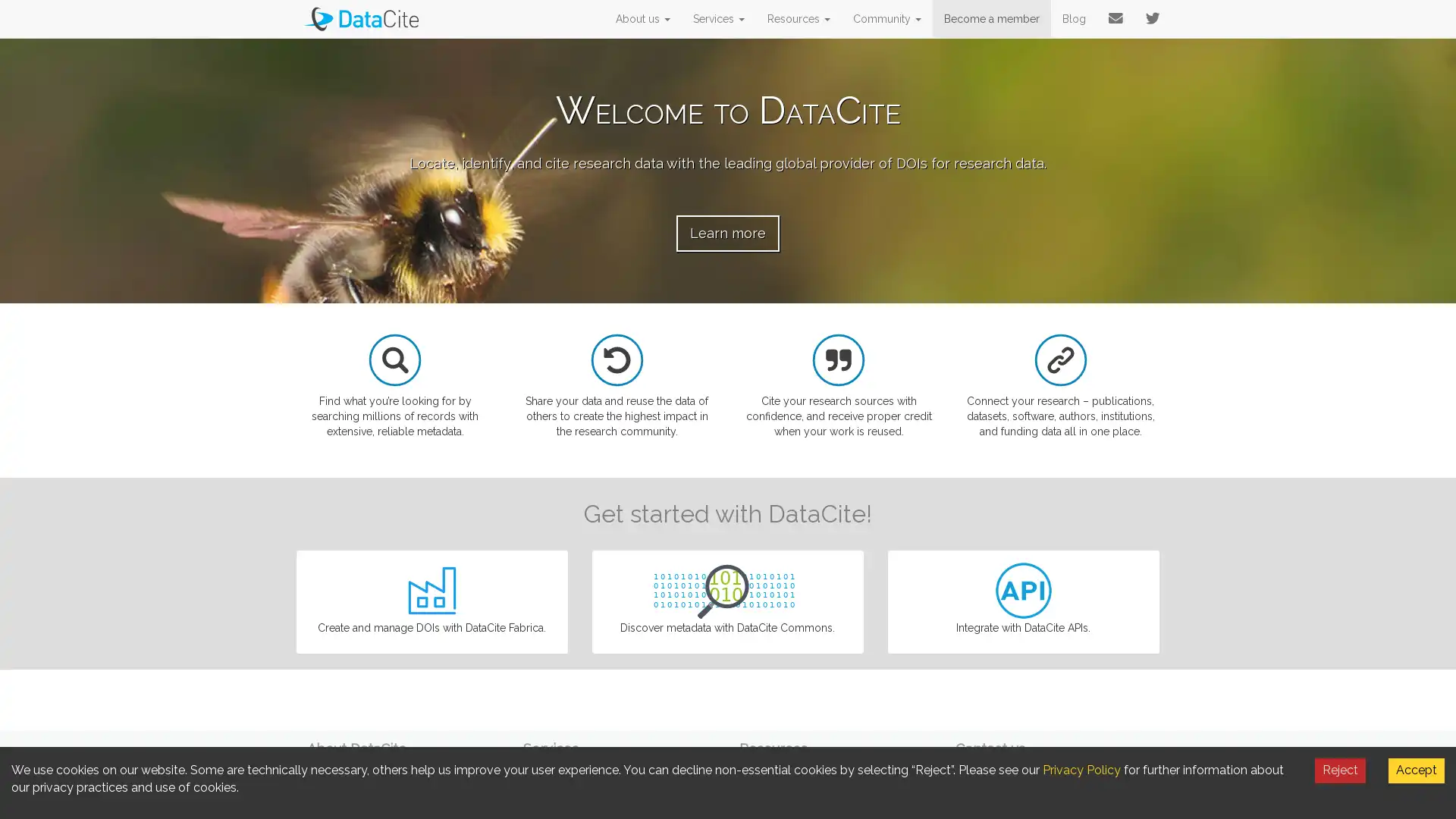 This screenshot has width=1456, height=819. Describe the element at coordinates (728, 233) in the screenshot. I see `Learn more` at that location.